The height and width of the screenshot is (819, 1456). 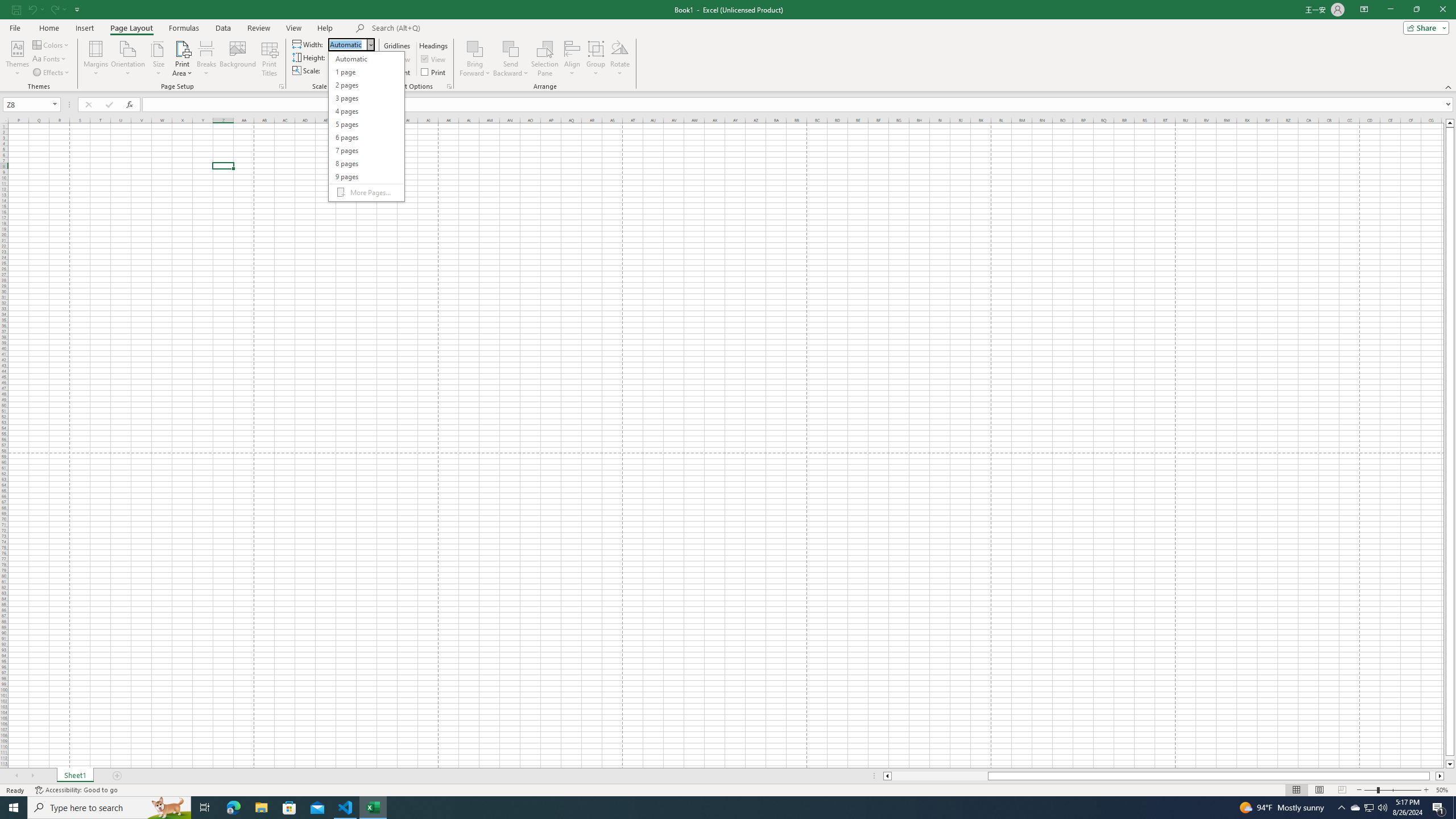 I want to click on 'Quick Access Toolbar', so click(x=47, y=9).